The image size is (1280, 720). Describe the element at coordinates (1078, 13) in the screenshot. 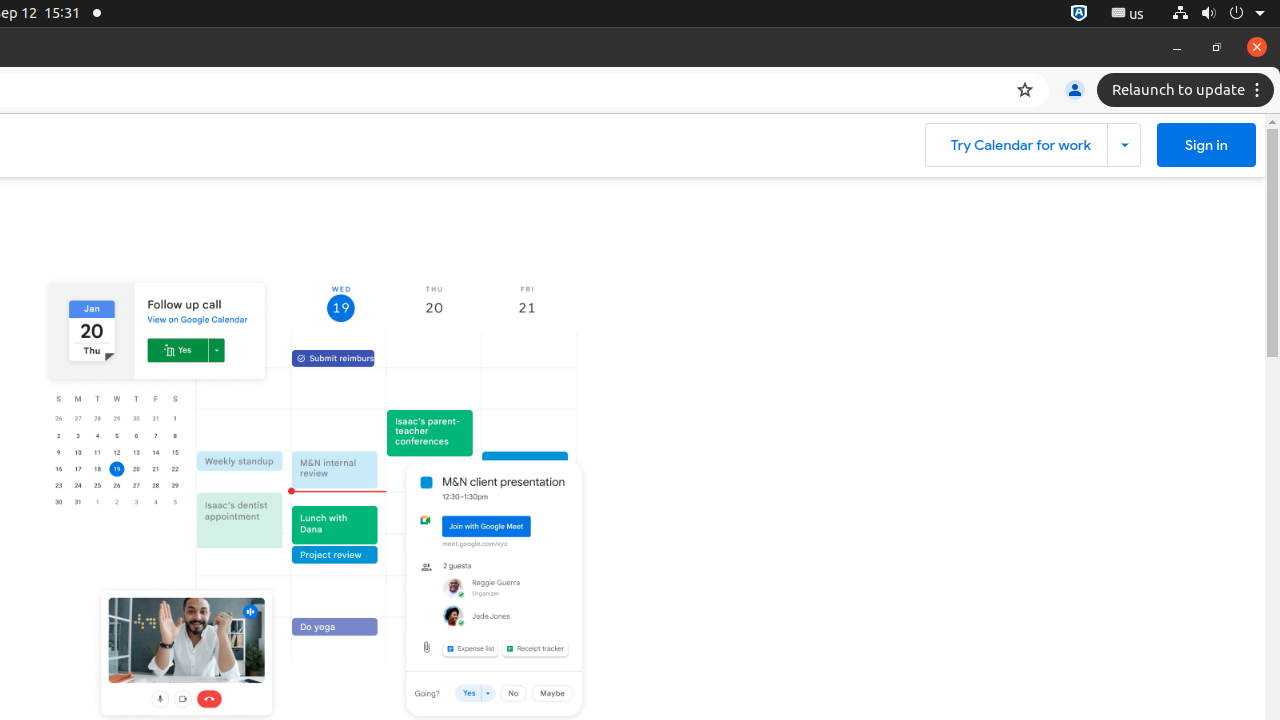

I see `':1.72/StatusNotifierItem'` at that location.